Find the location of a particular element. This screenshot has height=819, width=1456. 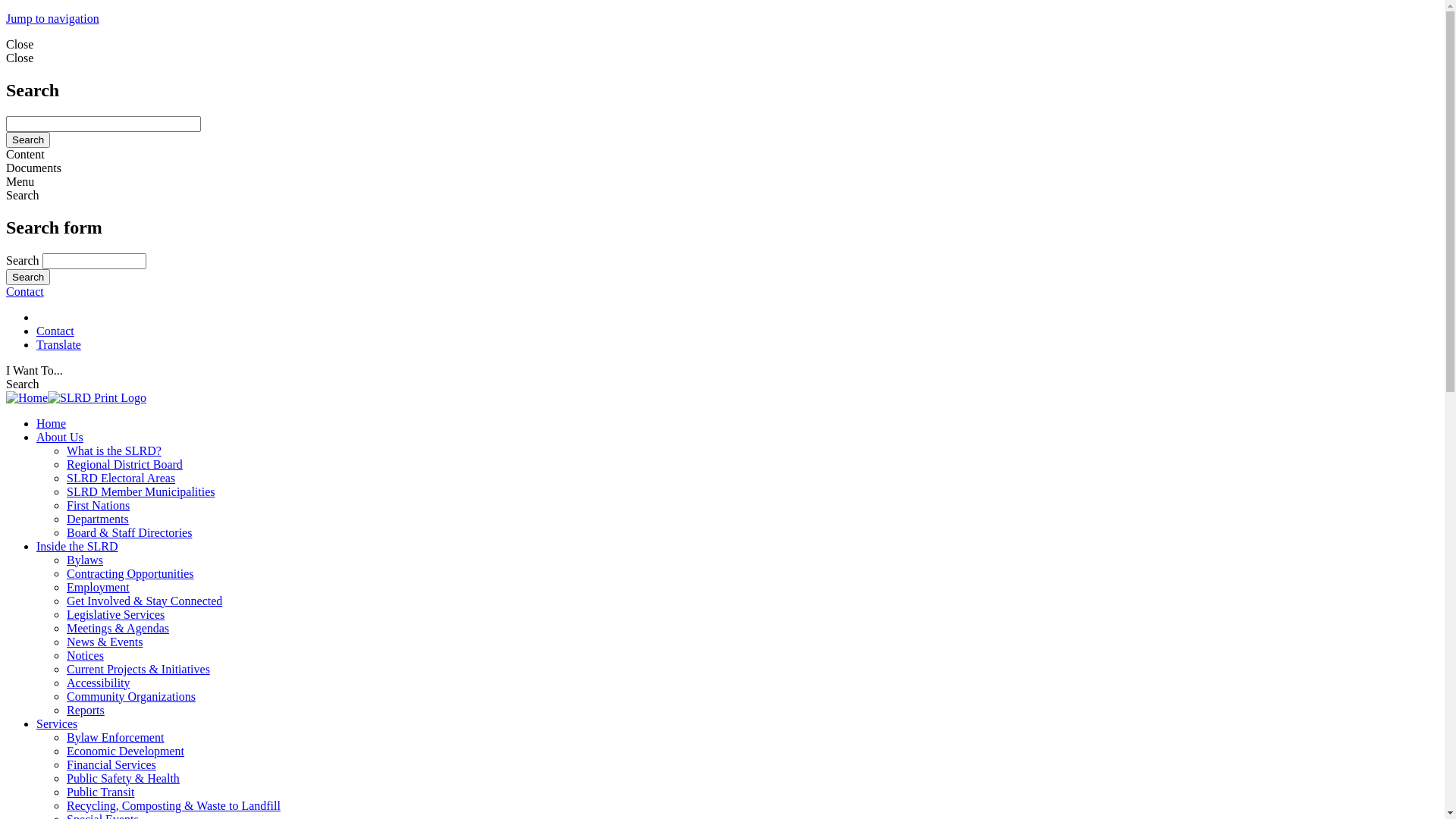

'Get Involved & Stay Connected' is located at coordinates (144, 600).